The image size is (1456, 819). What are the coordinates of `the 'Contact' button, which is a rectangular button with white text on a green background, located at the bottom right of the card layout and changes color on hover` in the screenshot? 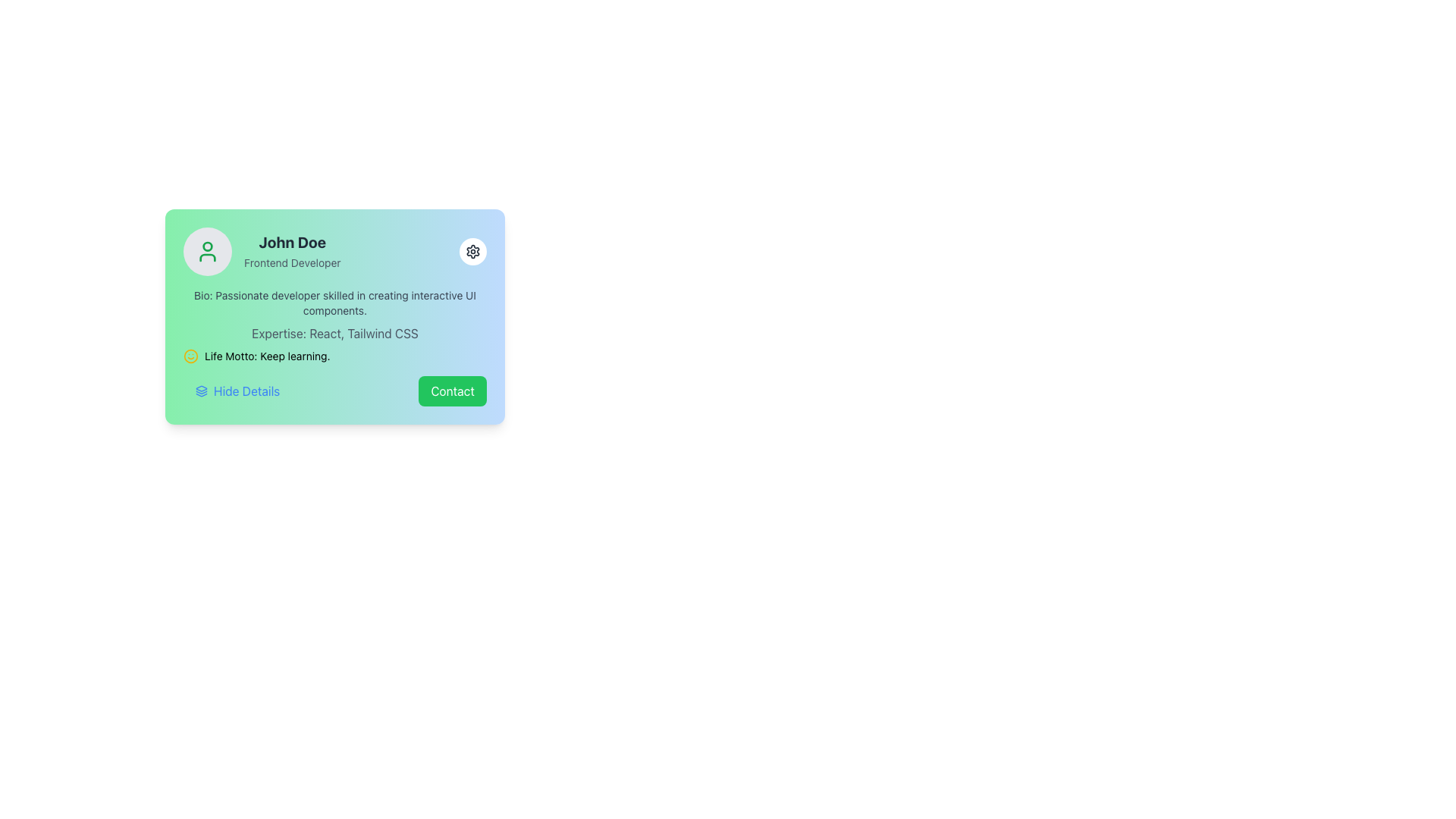 It's located at (452, 391).